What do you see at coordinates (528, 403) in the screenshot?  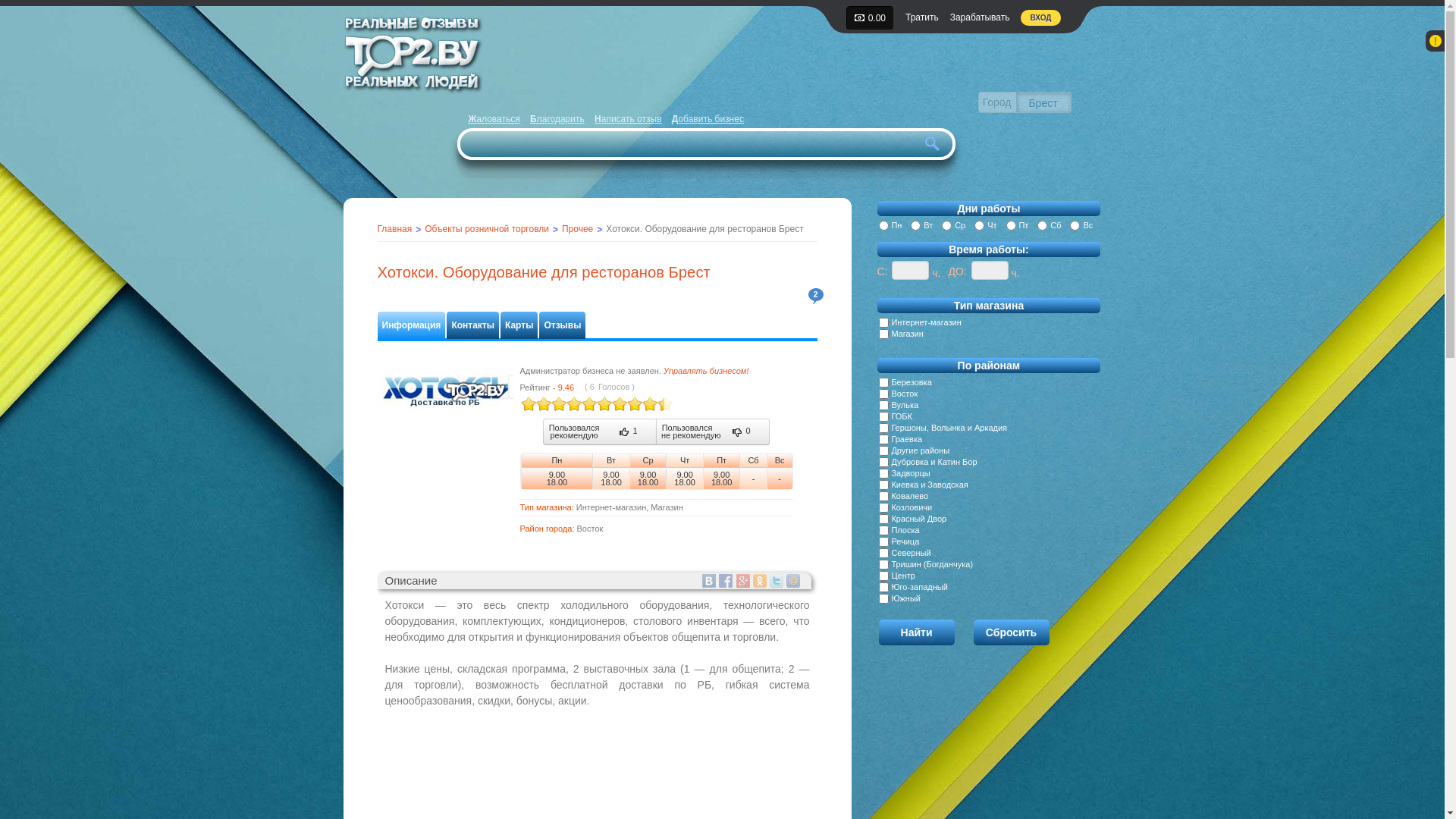 I see `'1'` at bounding box center [528, 403].